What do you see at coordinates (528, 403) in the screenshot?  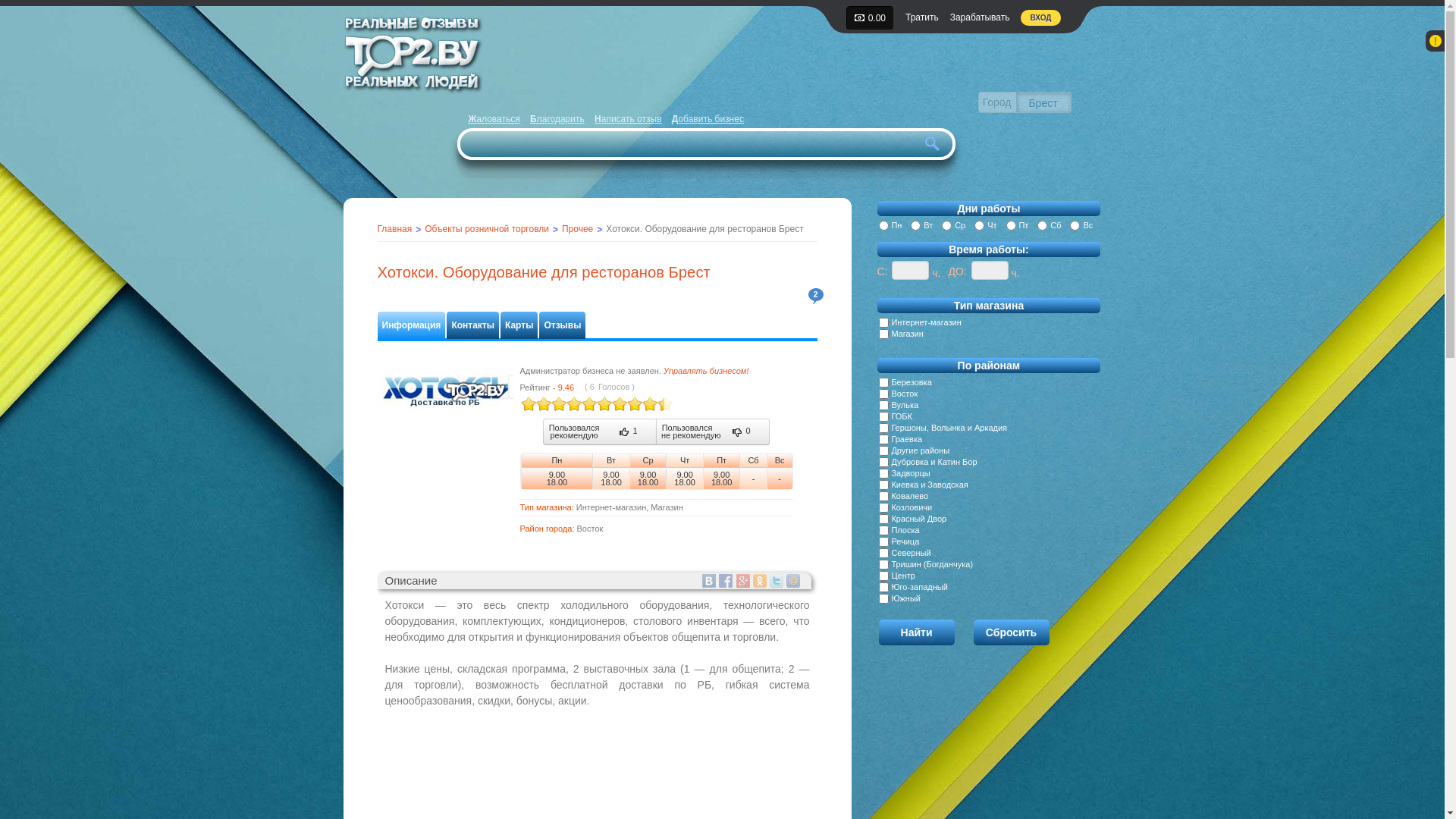 I see `'1'` at bounding box center [528, 403].